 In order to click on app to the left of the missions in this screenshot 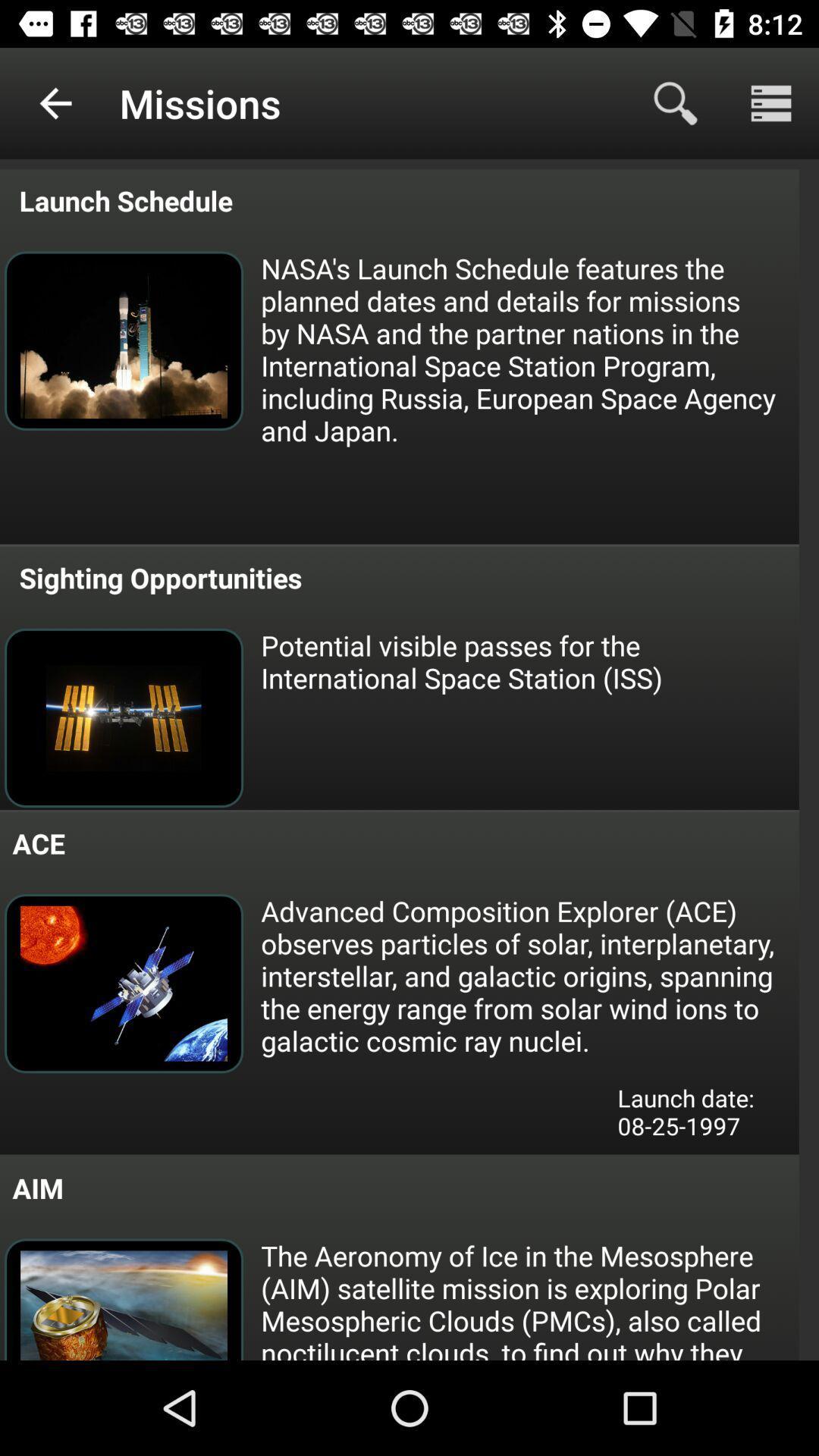, I will do `click(55, 102)`.